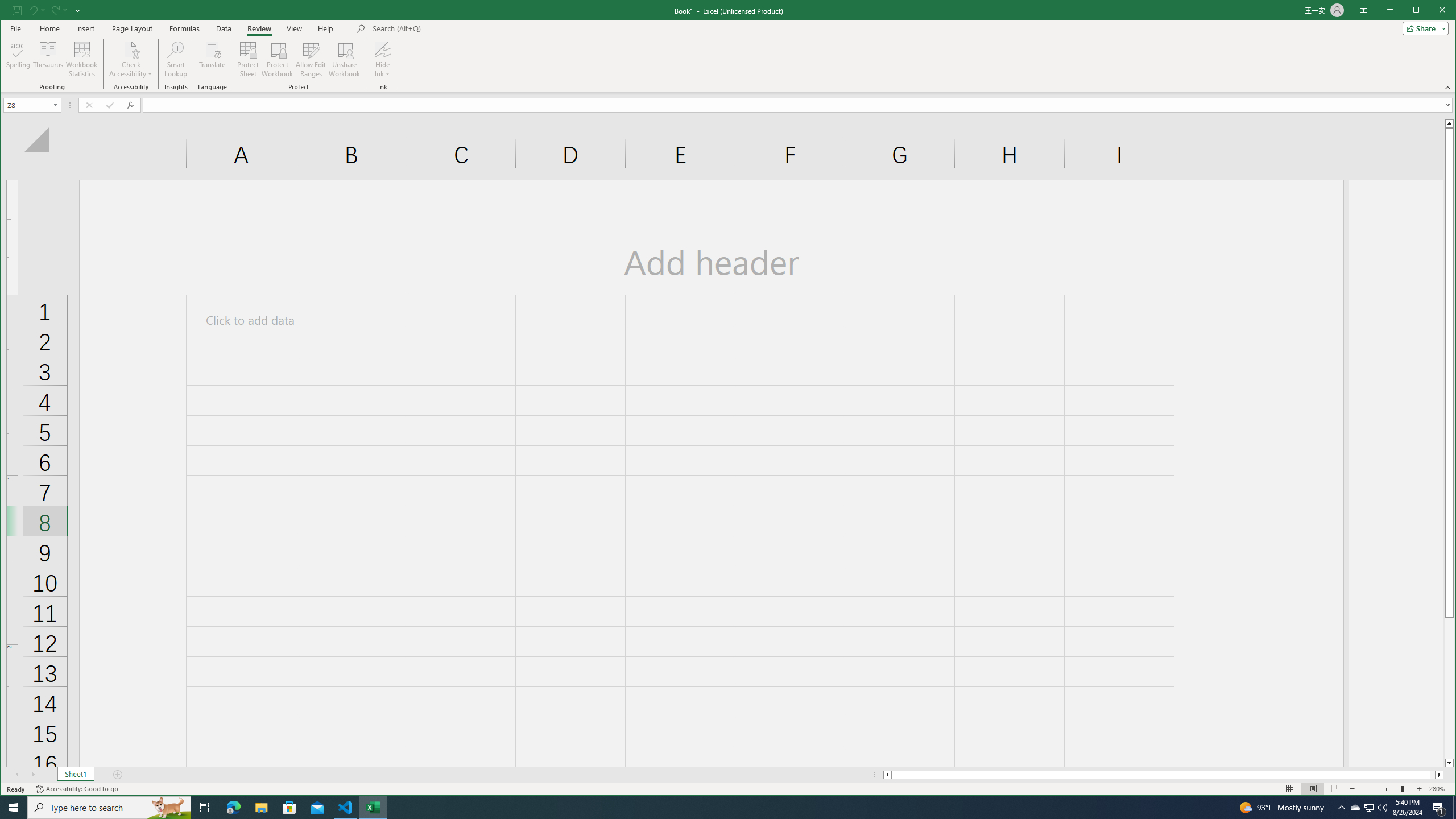  What do you see at coordinates (276, 59) in the screenshot?
I see `'Protect Workbook...'` at bounding box center [276, 59].